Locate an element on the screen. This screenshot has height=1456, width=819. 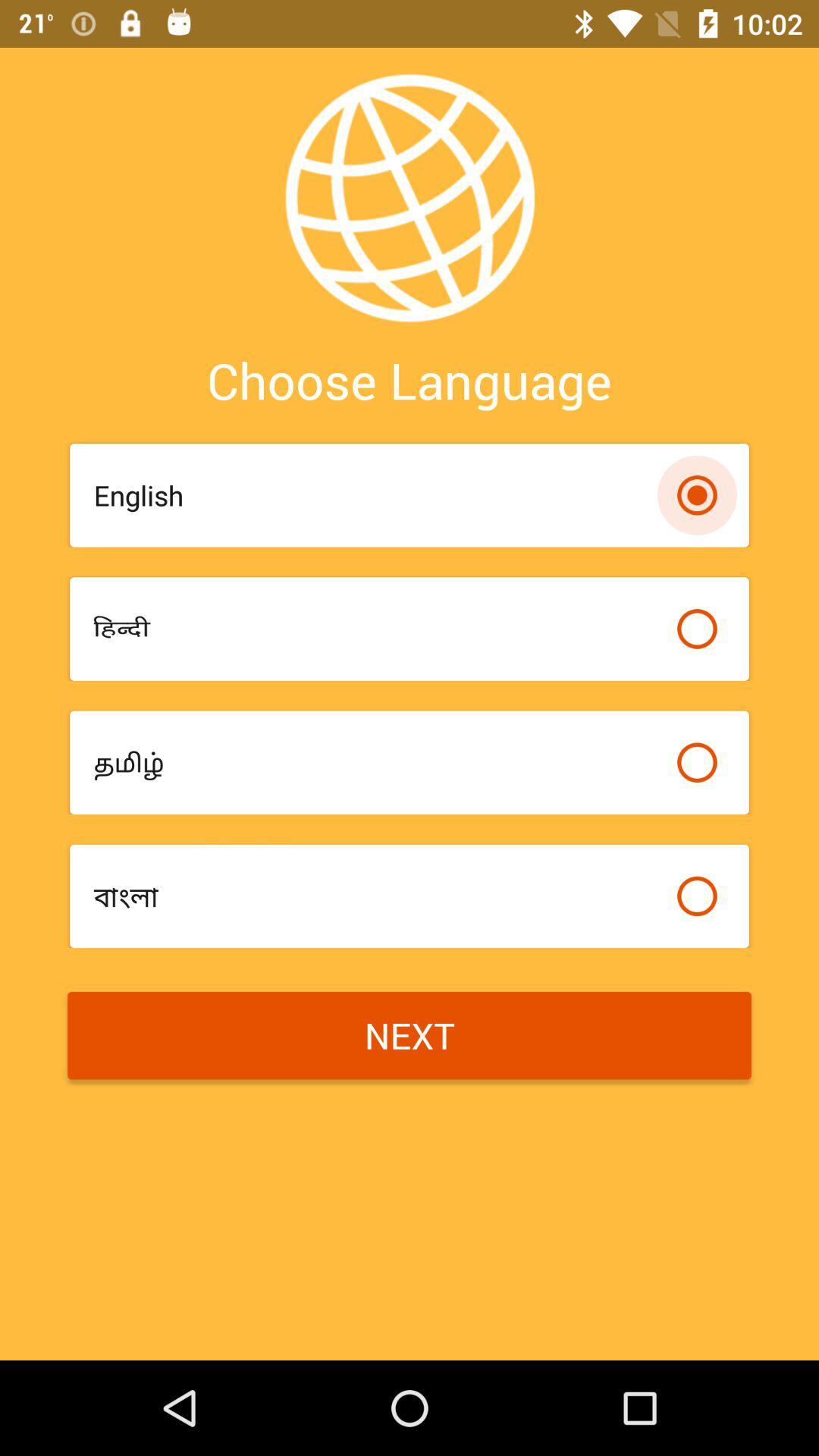
preferred language is located at coordinates (697, 629).